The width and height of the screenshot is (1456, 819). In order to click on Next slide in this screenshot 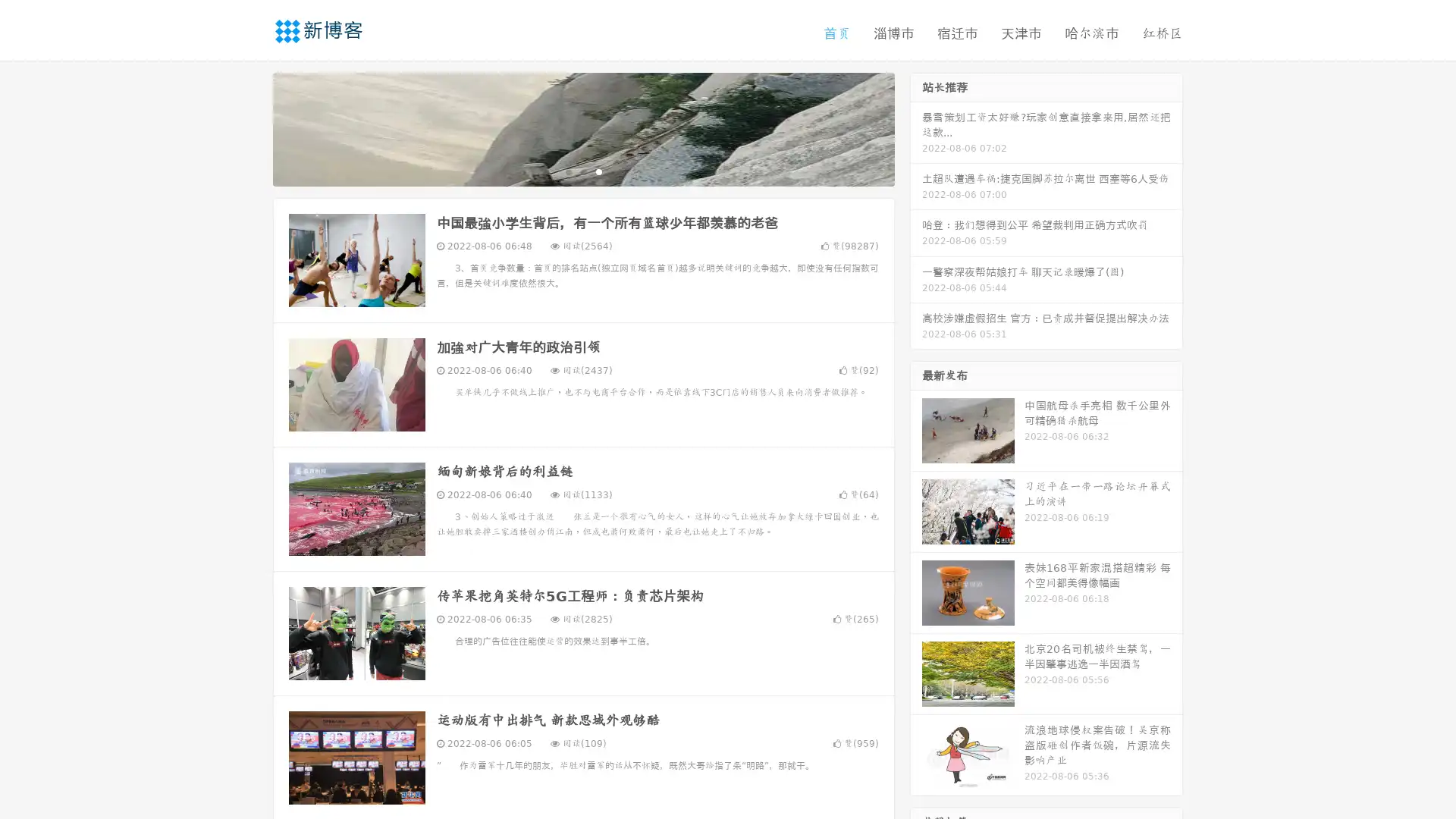, I will do `click(916, 127)`.